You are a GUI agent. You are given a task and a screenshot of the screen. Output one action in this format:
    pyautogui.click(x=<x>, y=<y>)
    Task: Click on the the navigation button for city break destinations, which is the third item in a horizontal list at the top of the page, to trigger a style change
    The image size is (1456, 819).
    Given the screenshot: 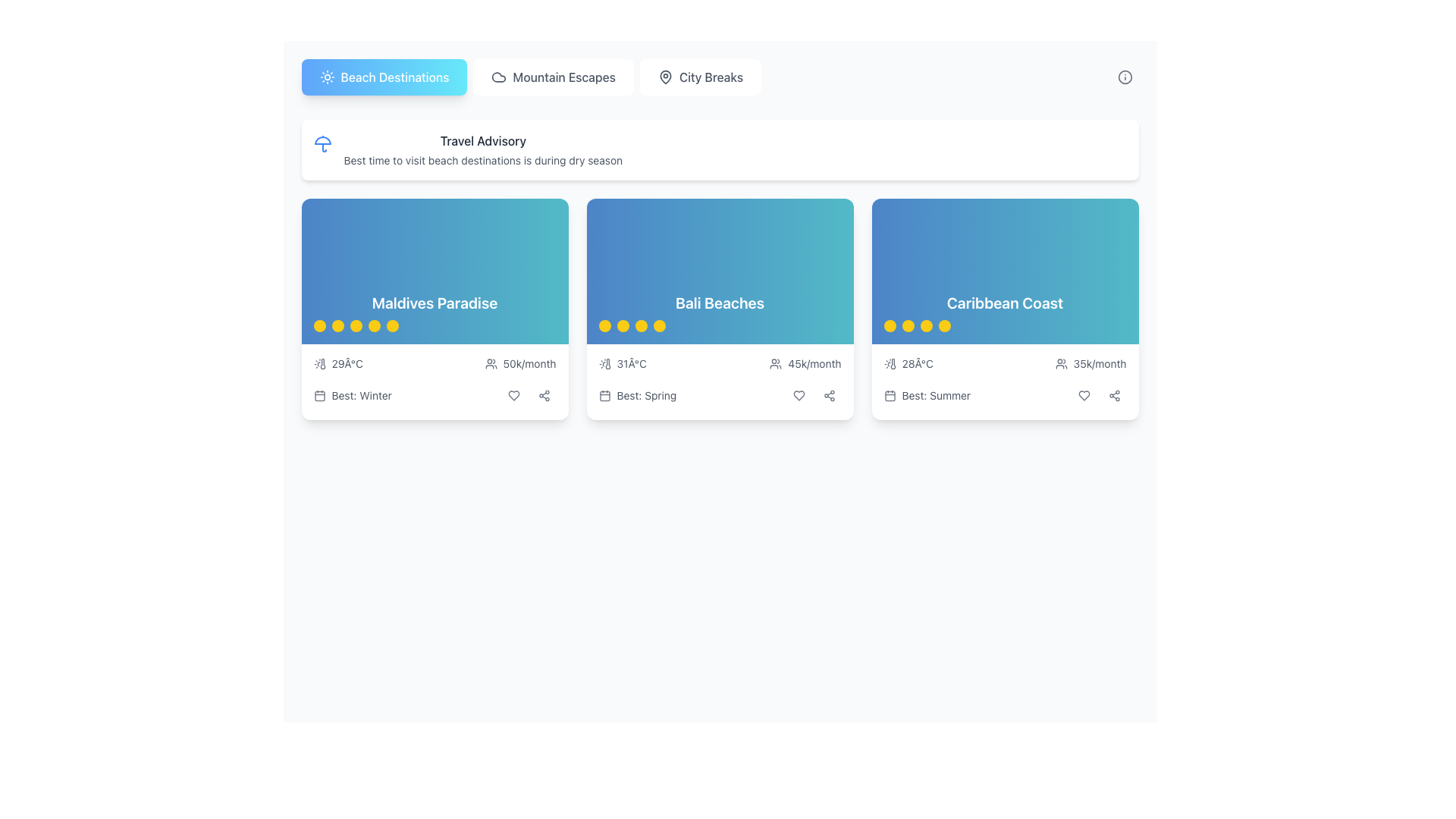 What is the action you would take?
    pyautogui.click(x=699, y=77)
    